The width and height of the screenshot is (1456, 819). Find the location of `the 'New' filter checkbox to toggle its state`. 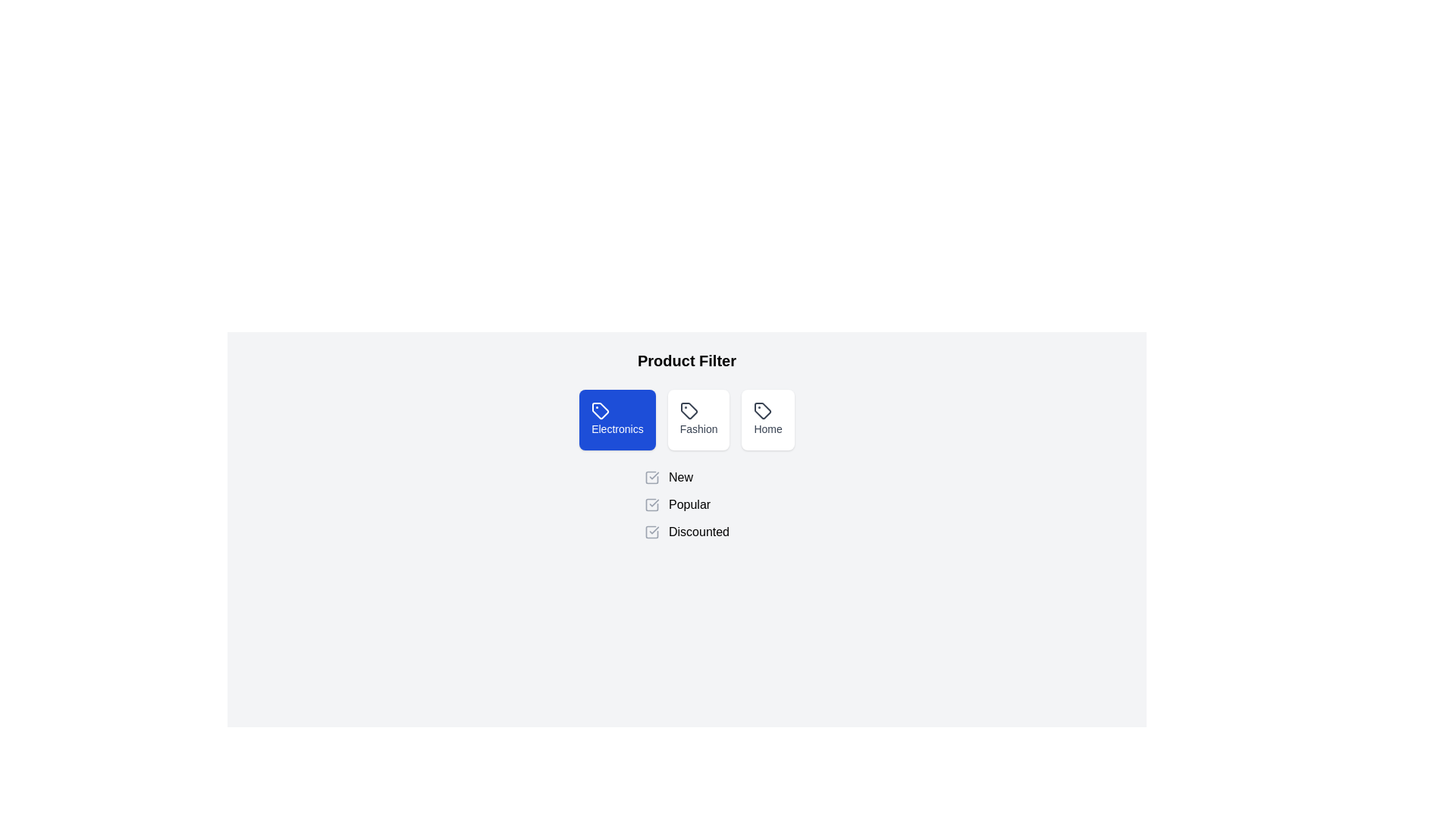

the 'New' filter checkbox to toggle its state is located at coordinates (651, 476).